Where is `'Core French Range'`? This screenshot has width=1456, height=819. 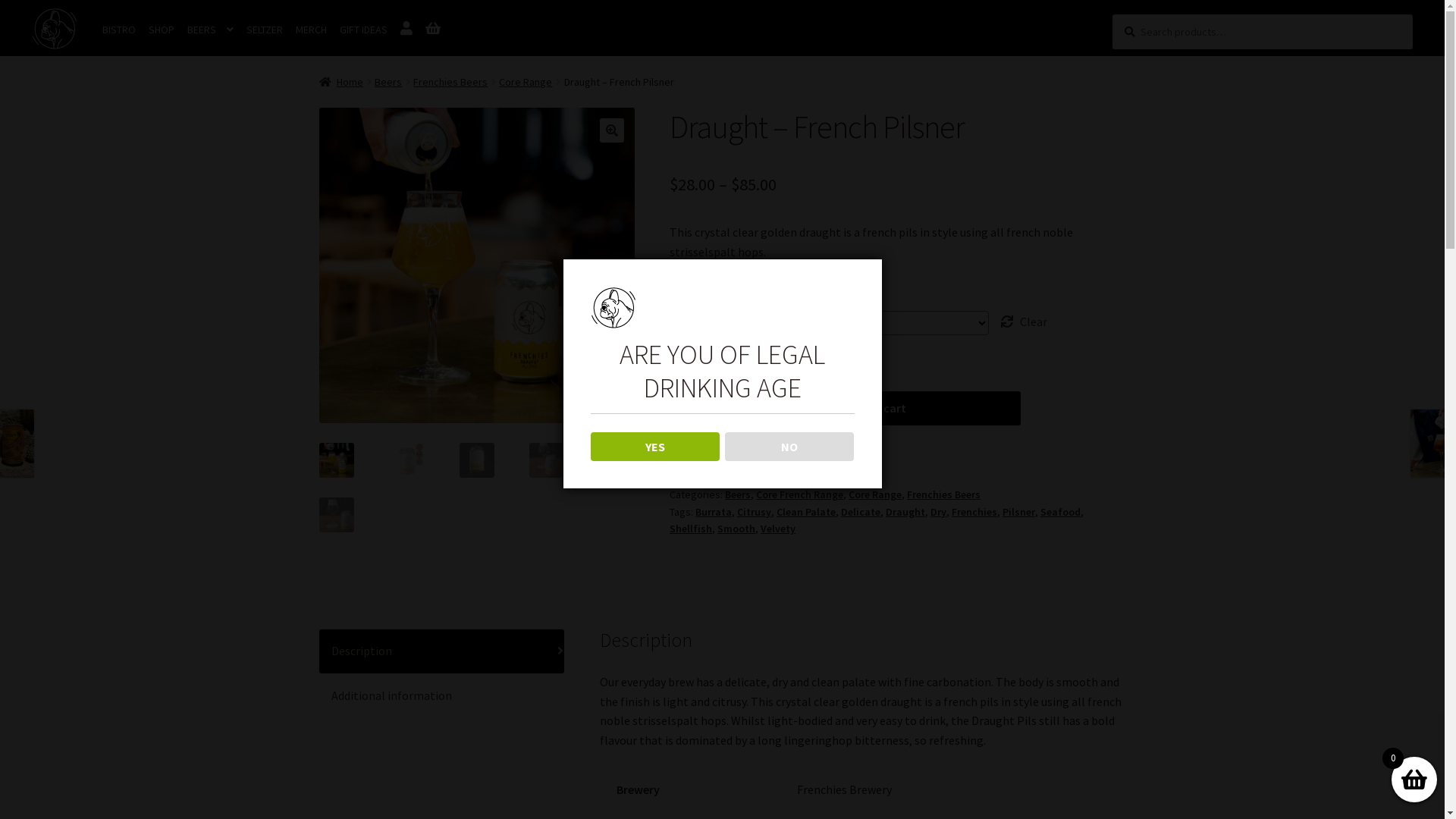
'Core French Range' is located at coordinates (799, 494).